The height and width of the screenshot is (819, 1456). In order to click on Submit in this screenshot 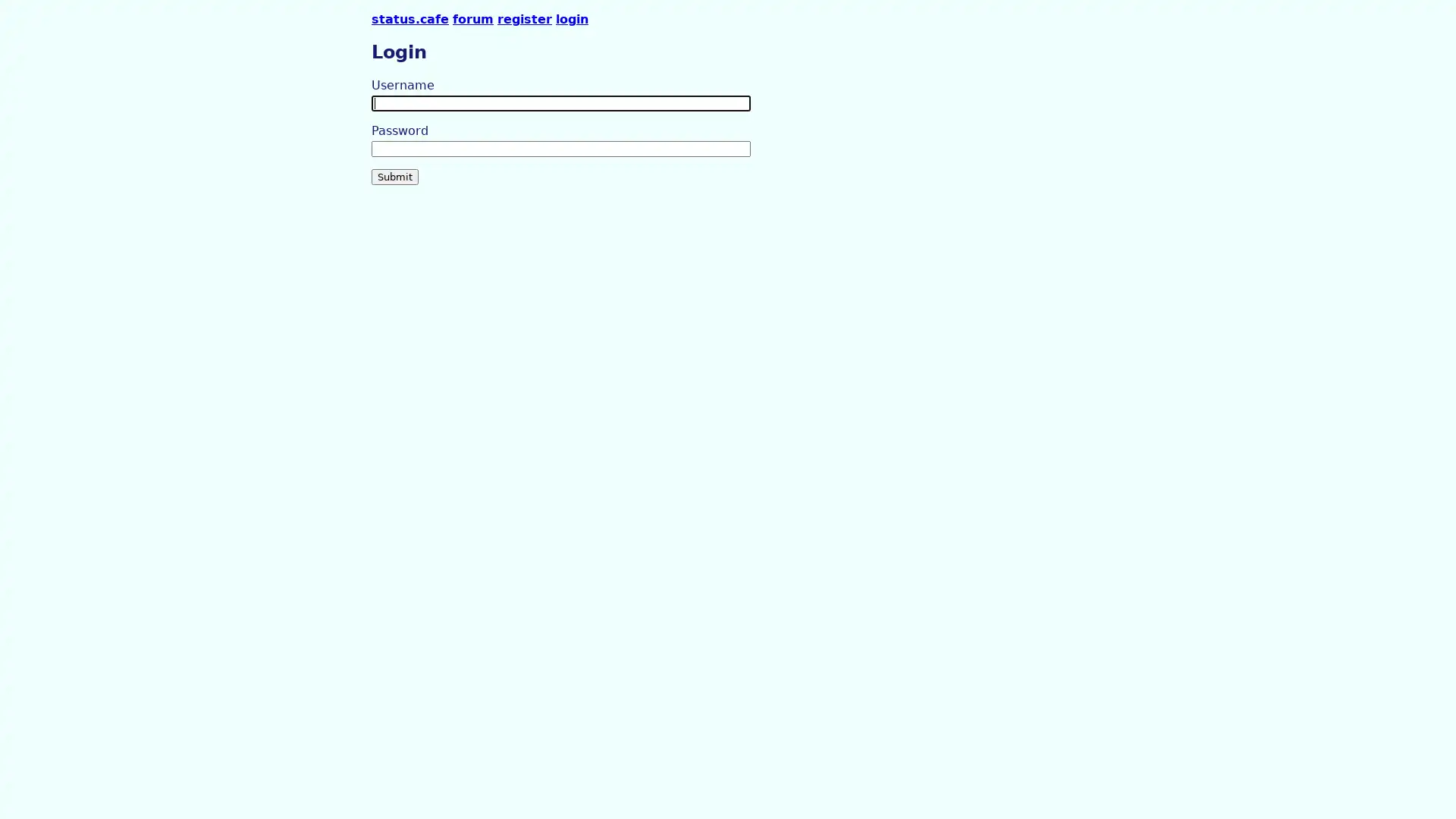, I will do `click(395, 175)`.